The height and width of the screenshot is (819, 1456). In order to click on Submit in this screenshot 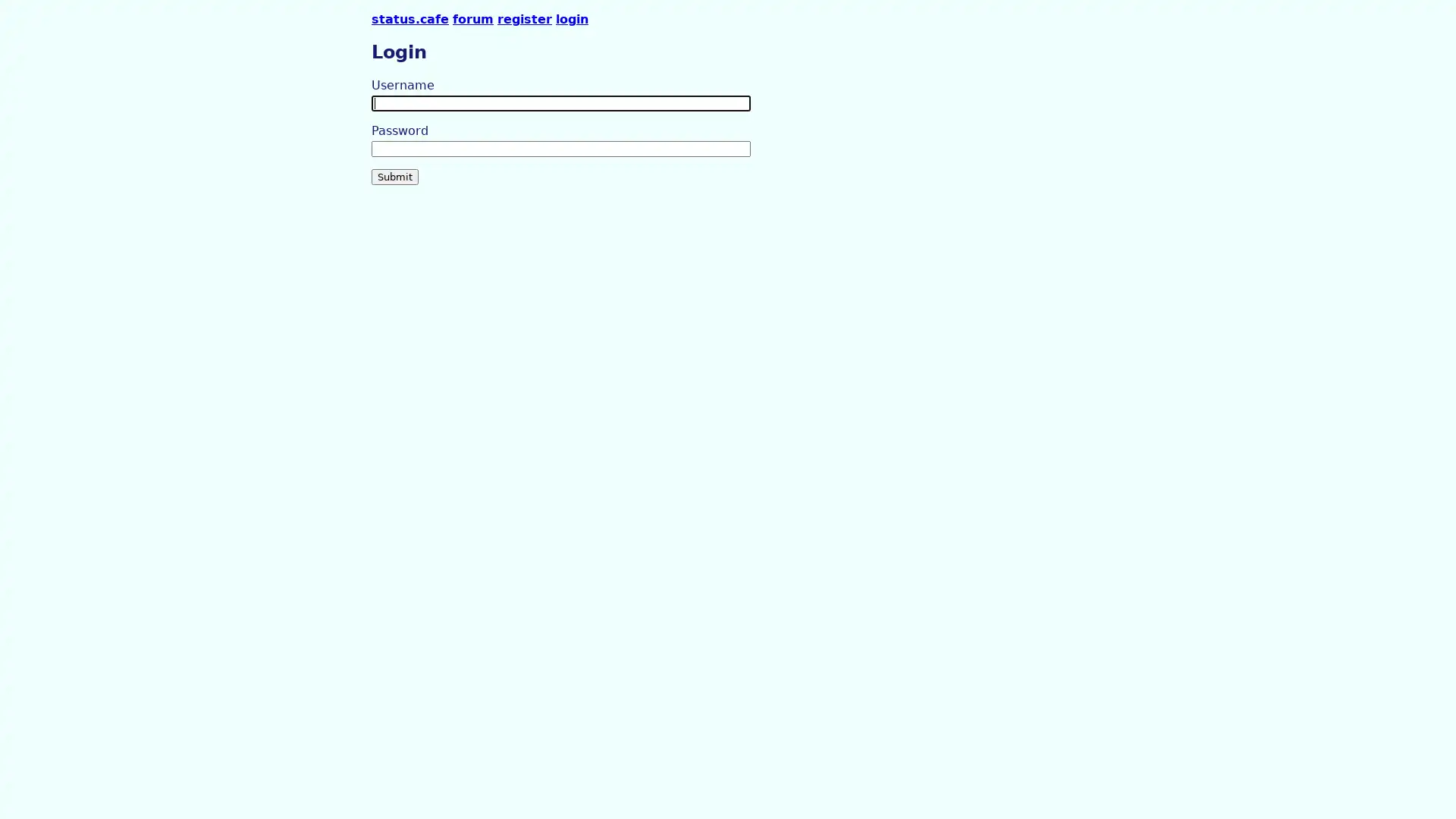, I will do `click(395, 175)`.